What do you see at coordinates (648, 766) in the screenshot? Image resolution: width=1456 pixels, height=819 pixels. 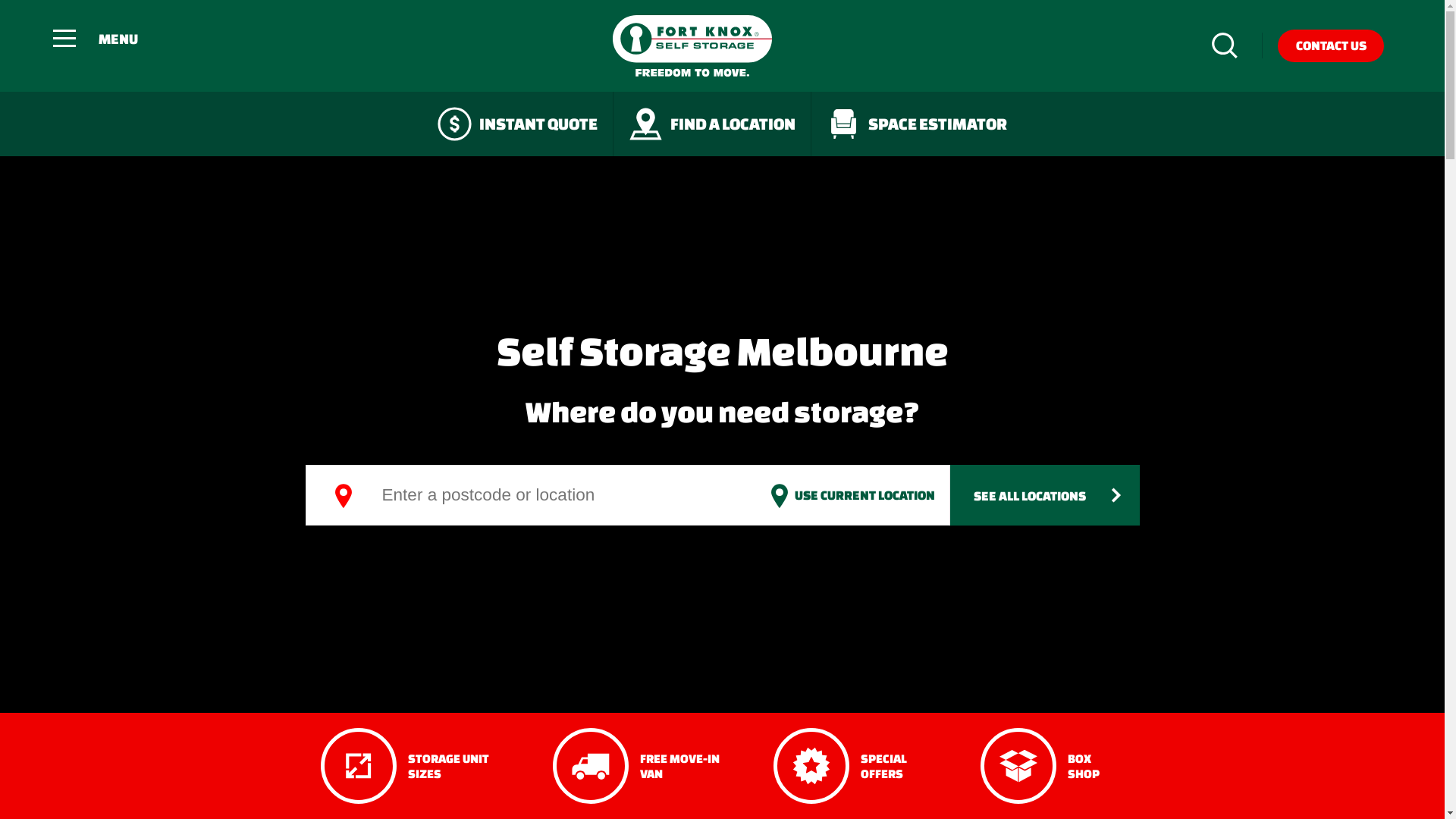 I see `'FREE MOVE-IN VAN'` at bounding box center [648, 766].